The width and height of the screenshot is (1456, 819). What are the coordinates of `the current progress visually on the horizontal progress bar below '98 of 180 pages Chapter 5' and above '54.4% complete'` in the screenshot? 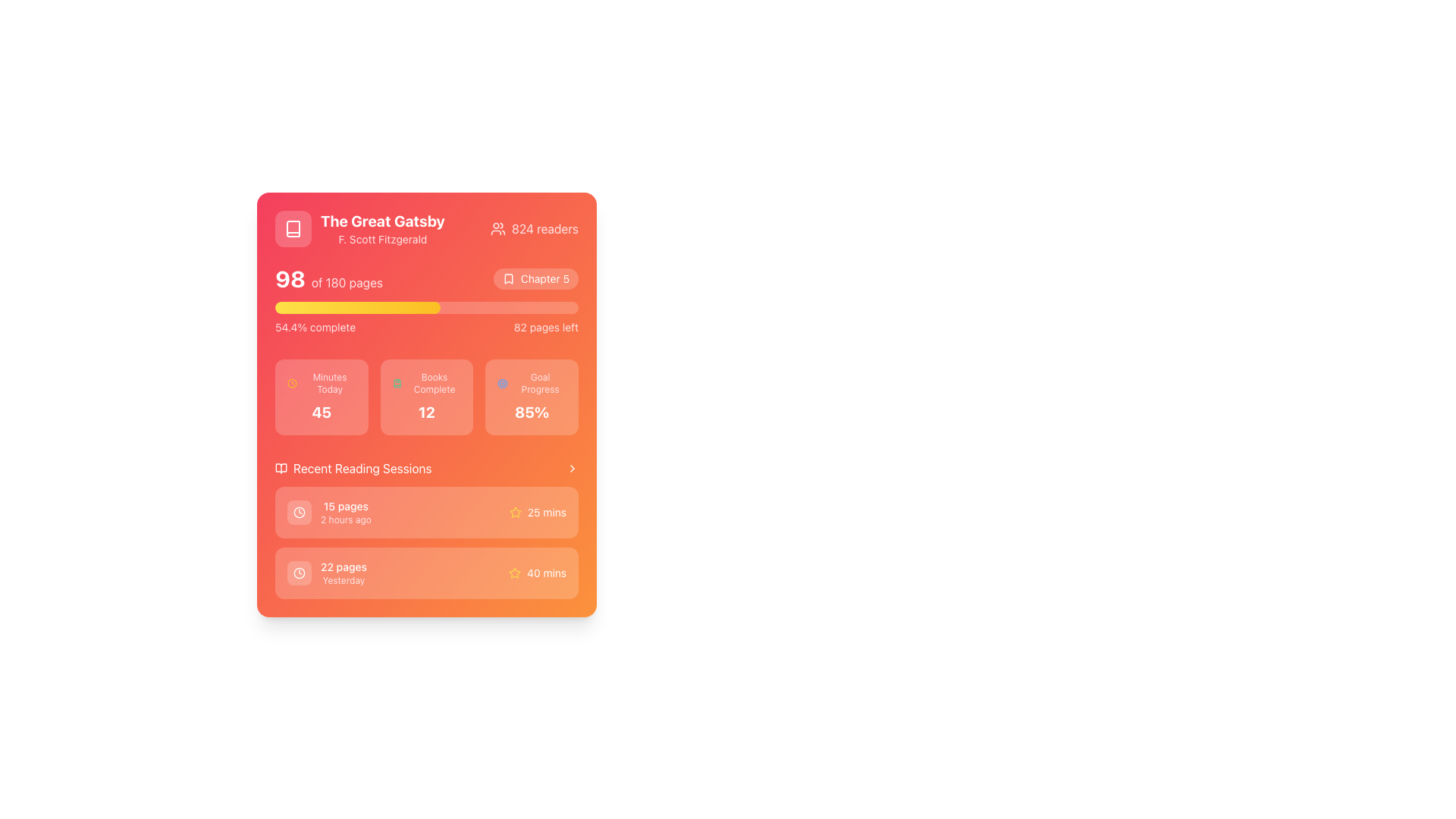 It's located at (425, 307).